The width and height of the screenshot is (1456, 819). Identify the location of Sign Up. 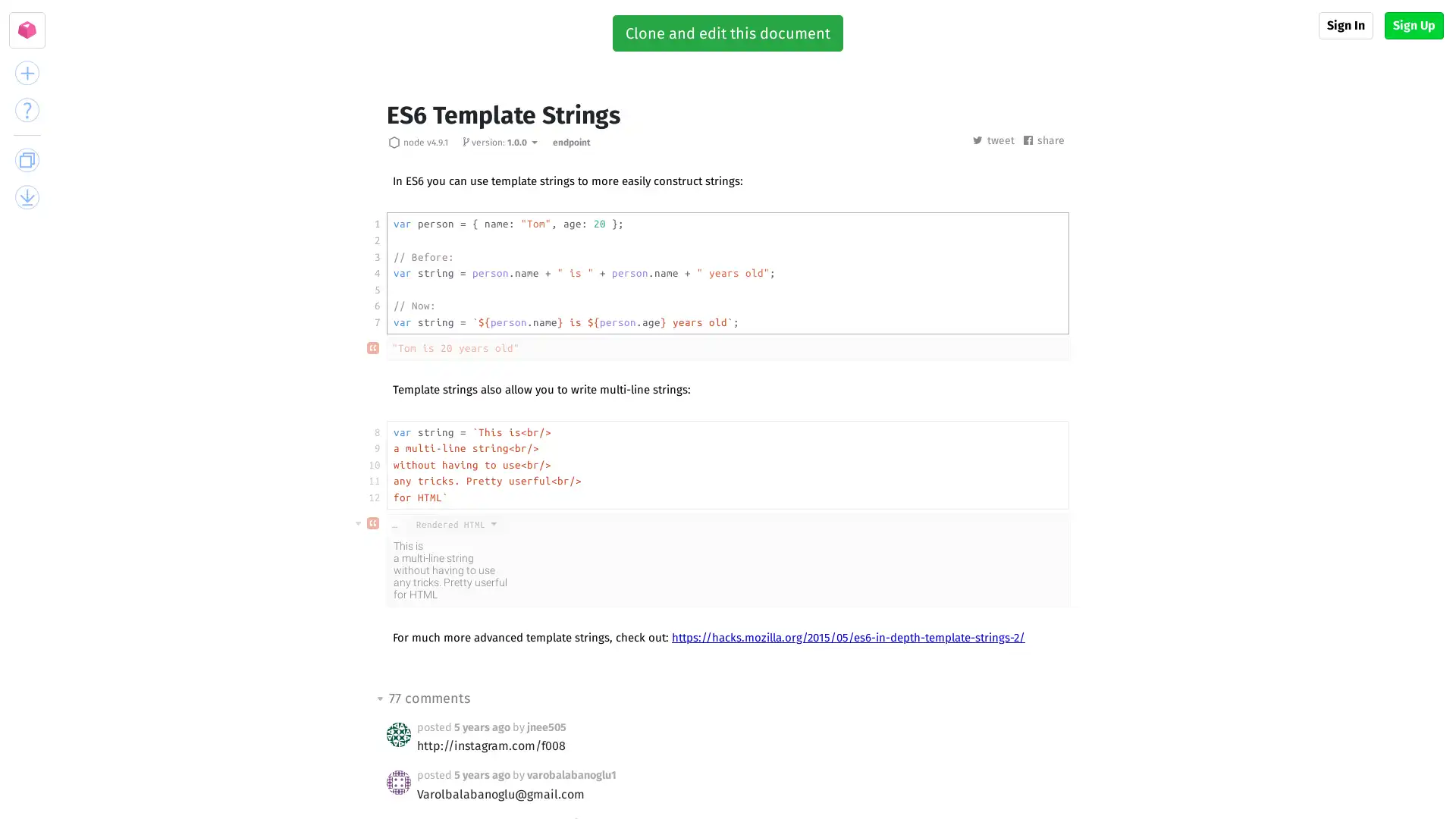
(1414, 26).